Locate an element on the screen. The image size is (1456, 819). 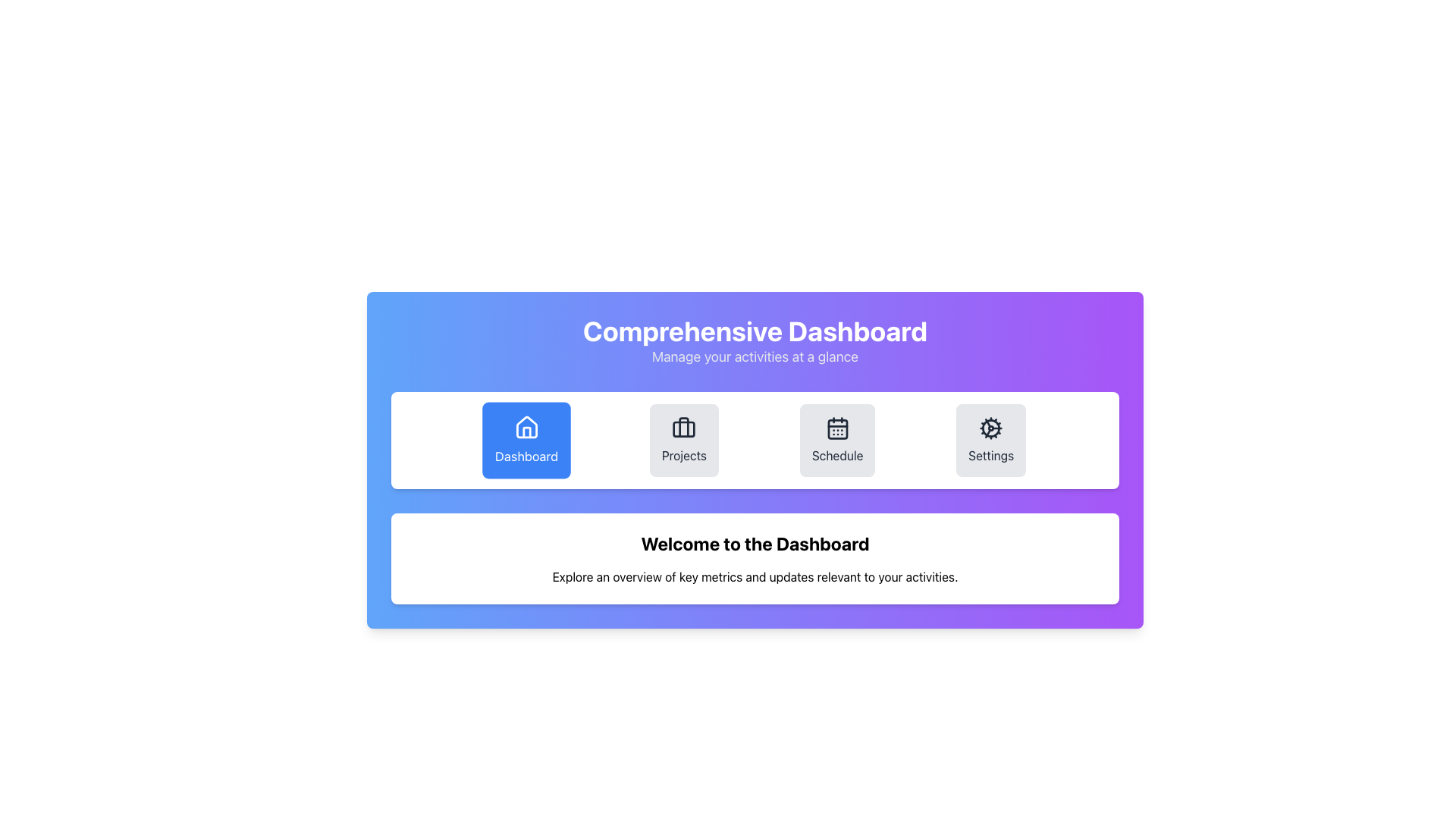
the far-right settings button in the upper section of the interface to activate hover effects is located at coordinates (991, 441).